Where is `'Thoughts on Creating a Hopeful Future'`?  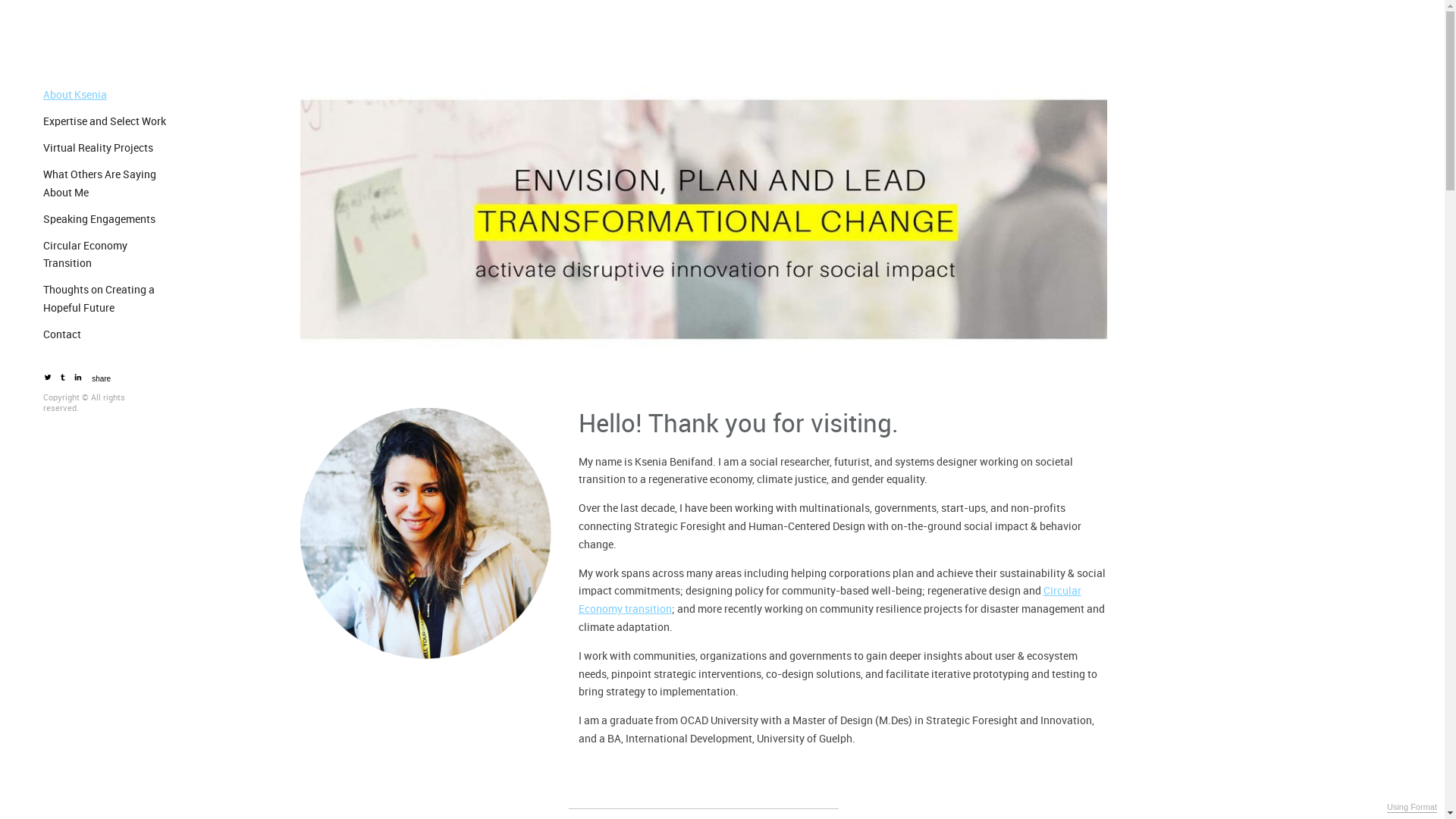
'Thoughts on Creating a Hopeful Future' is located at coordinates (109, 300).